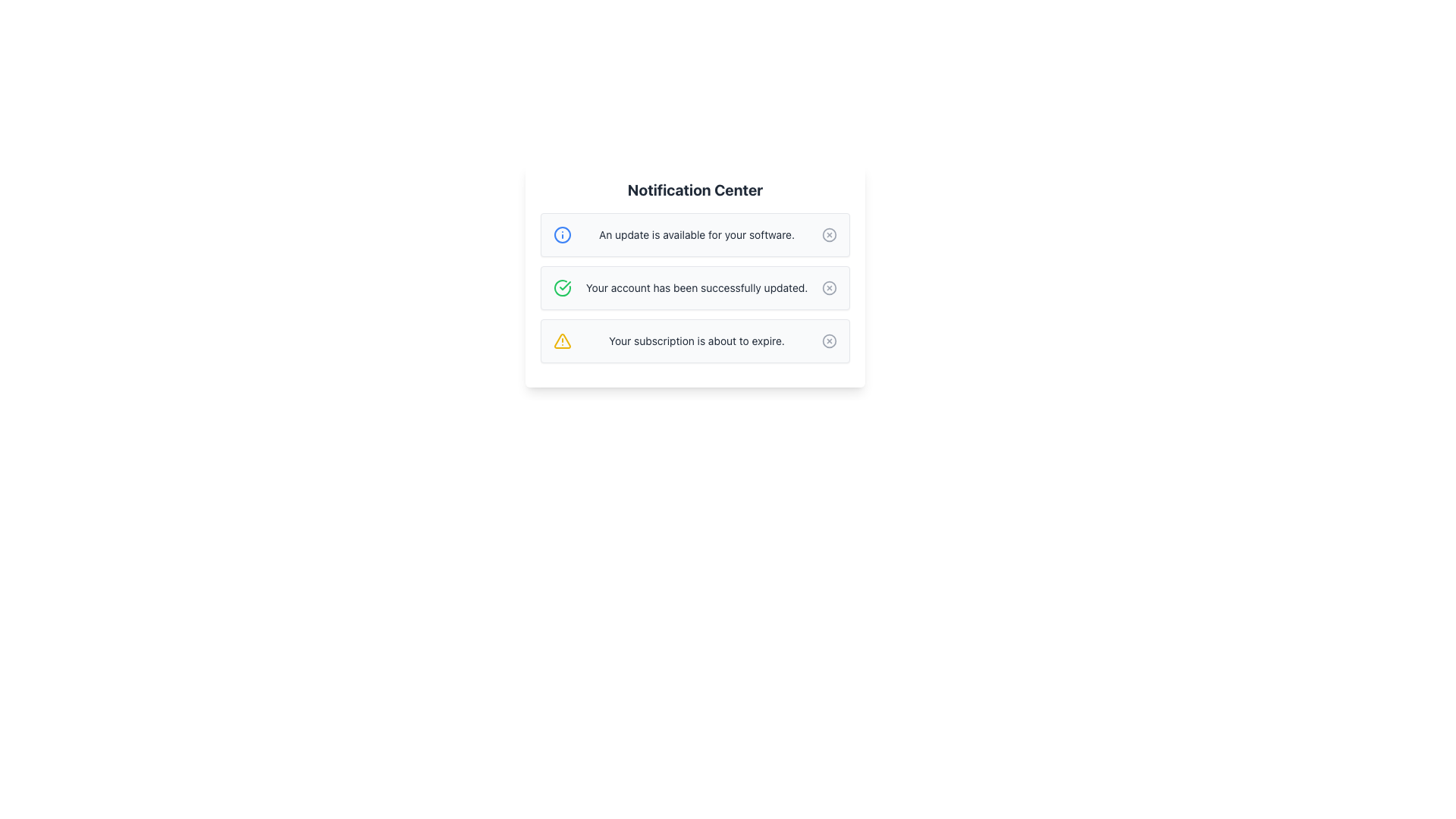  I want to click on information from the text label that notifies the user about the impending expiration of their subscription, located in the third notification row of the notification center, so click(695, 341).